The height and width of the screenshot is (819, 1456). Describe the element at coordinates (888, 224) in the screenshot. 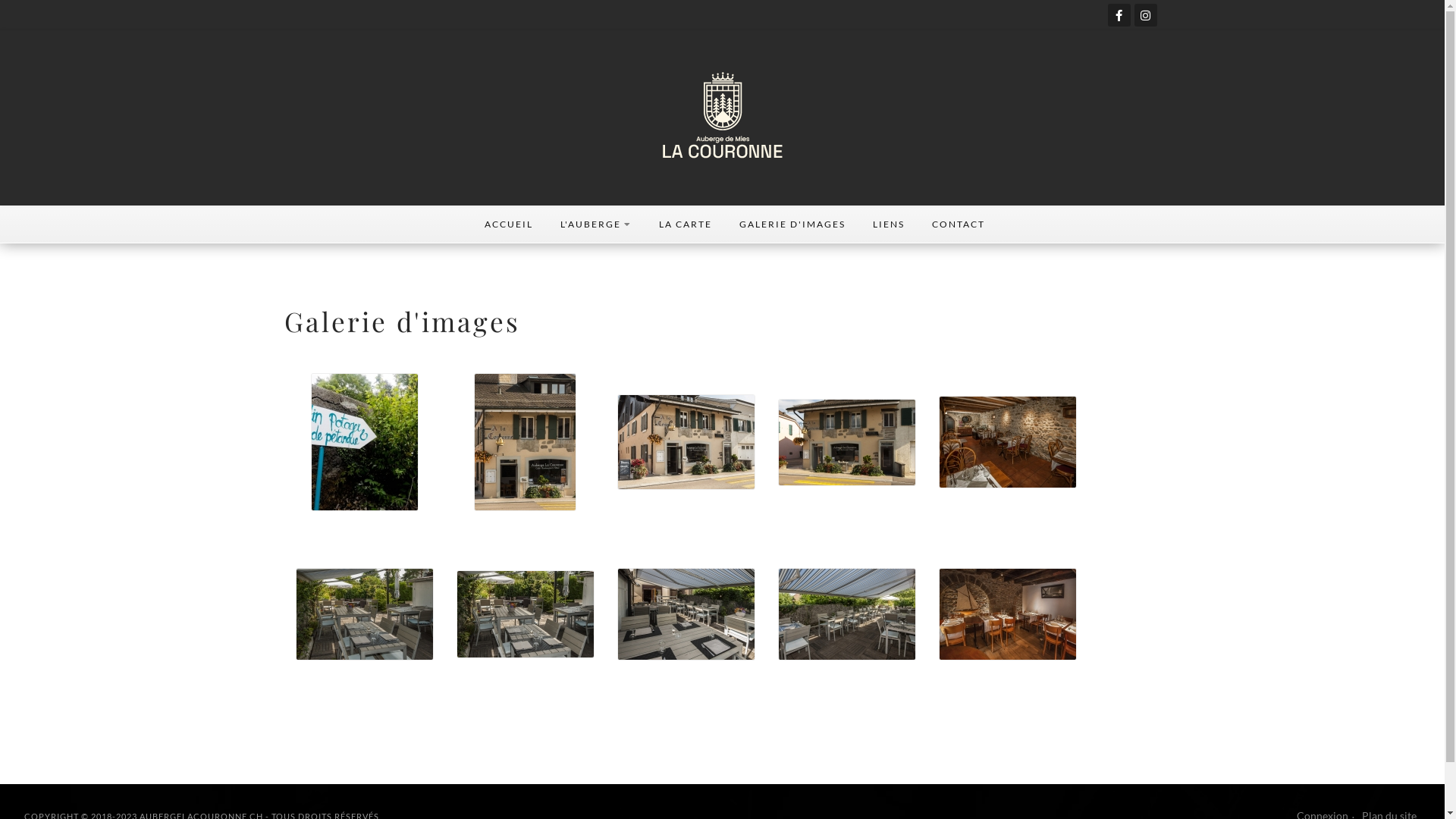

I see `'LIENS'` at that location.